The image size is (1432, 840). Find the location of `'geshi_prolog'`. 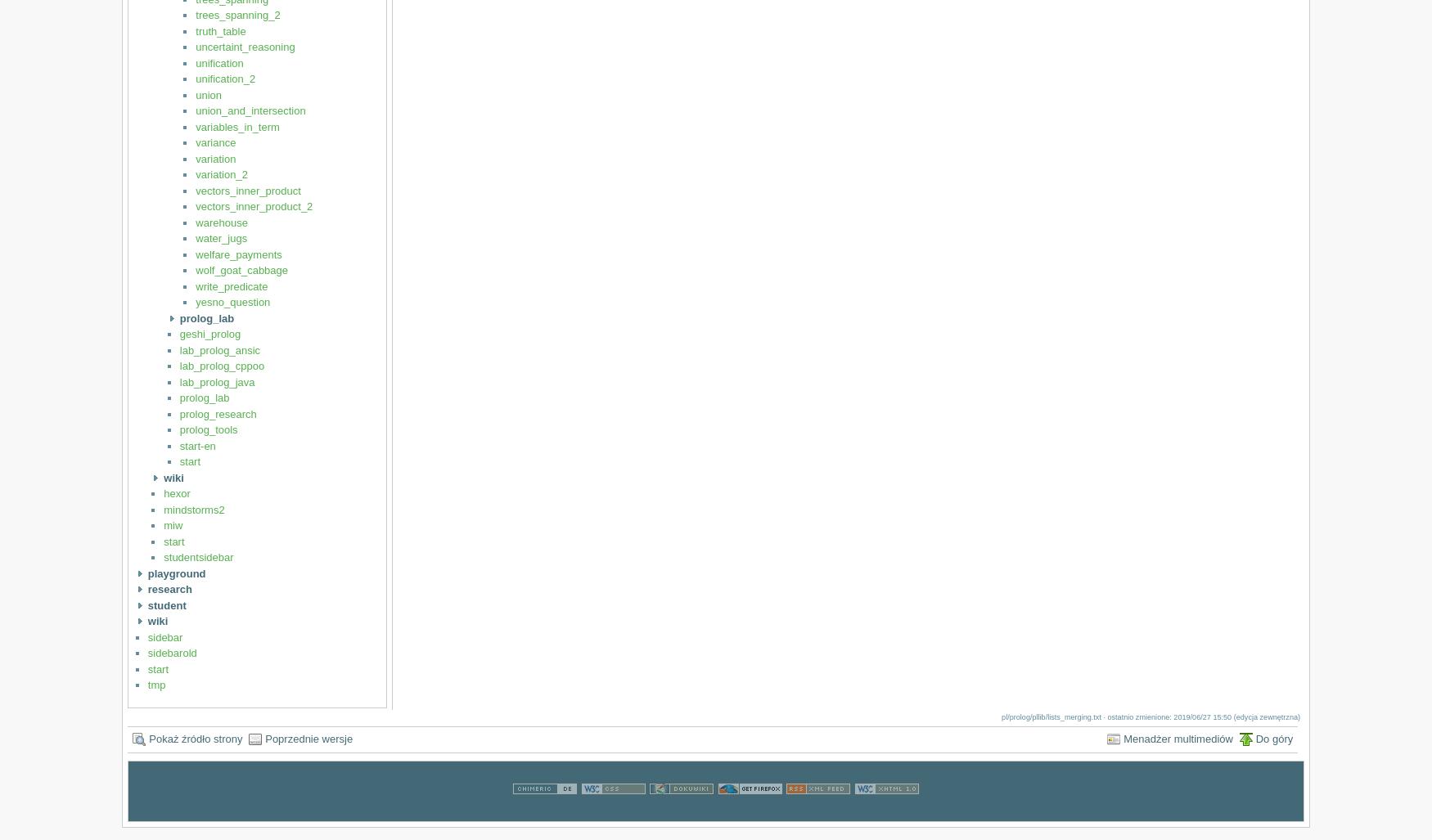

'geshi_prolog' is located at coordinates (209, 333).